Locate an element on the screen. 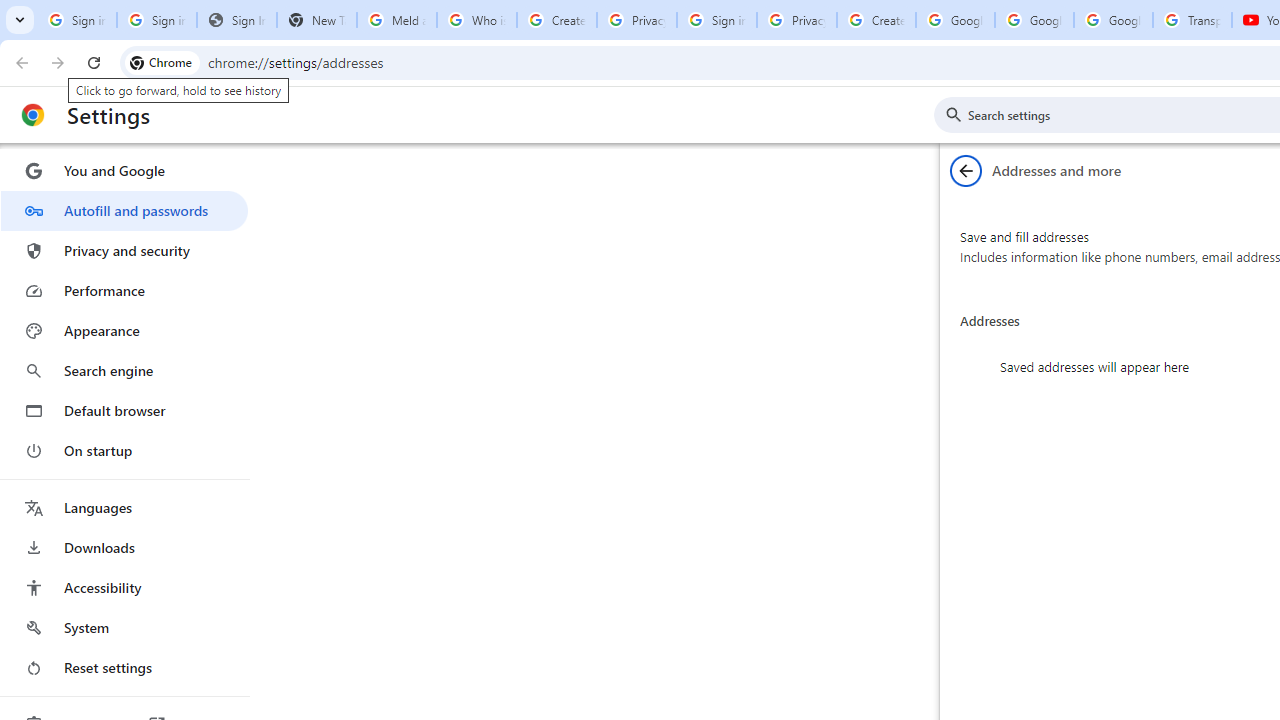 The height and width of the screenshot is (720, 1280). 'On startup' is located at coordinates (123, 451).